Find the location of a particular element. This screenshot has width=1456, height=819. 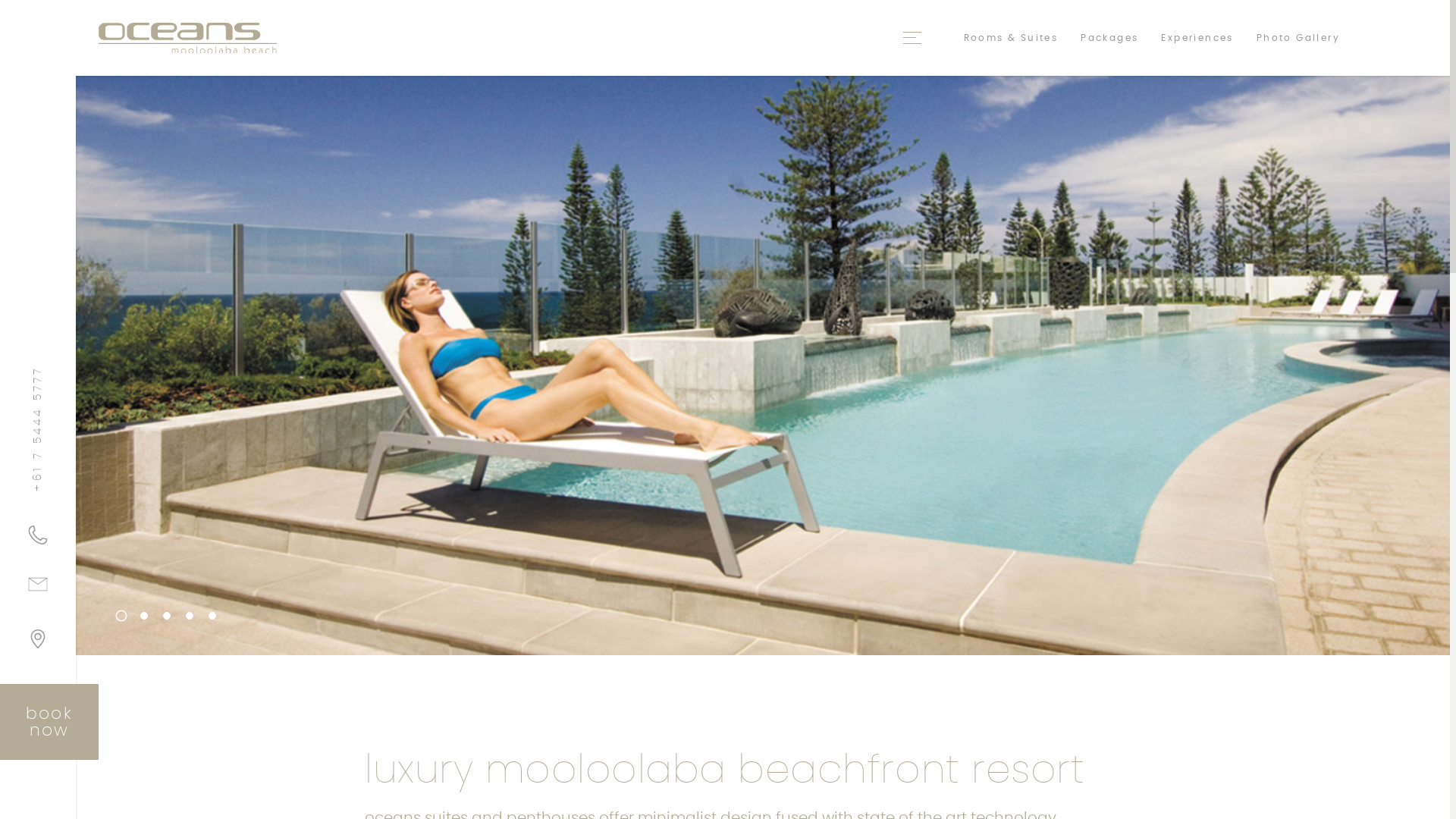

'Oceans Mooloolaba Resort' is located at coordinates (187, 37).